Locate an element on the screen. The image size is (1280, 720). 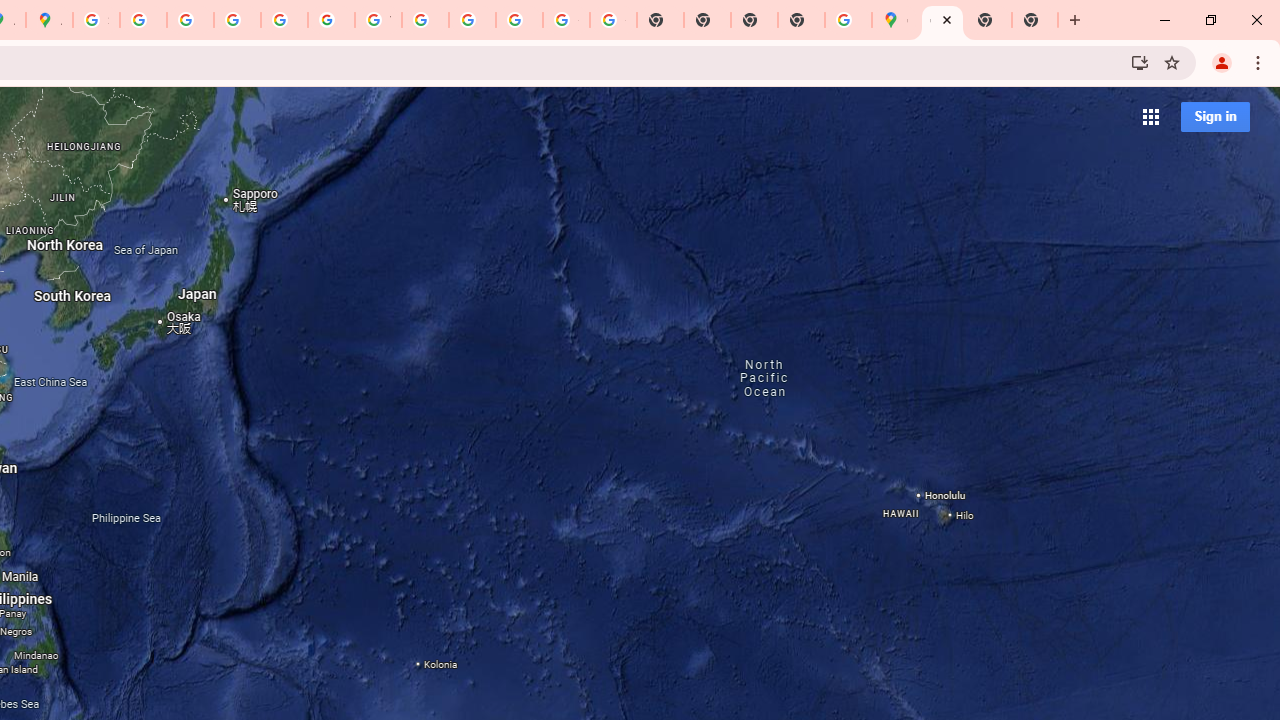
'Google Maps' is located at coordinates (941, 20).